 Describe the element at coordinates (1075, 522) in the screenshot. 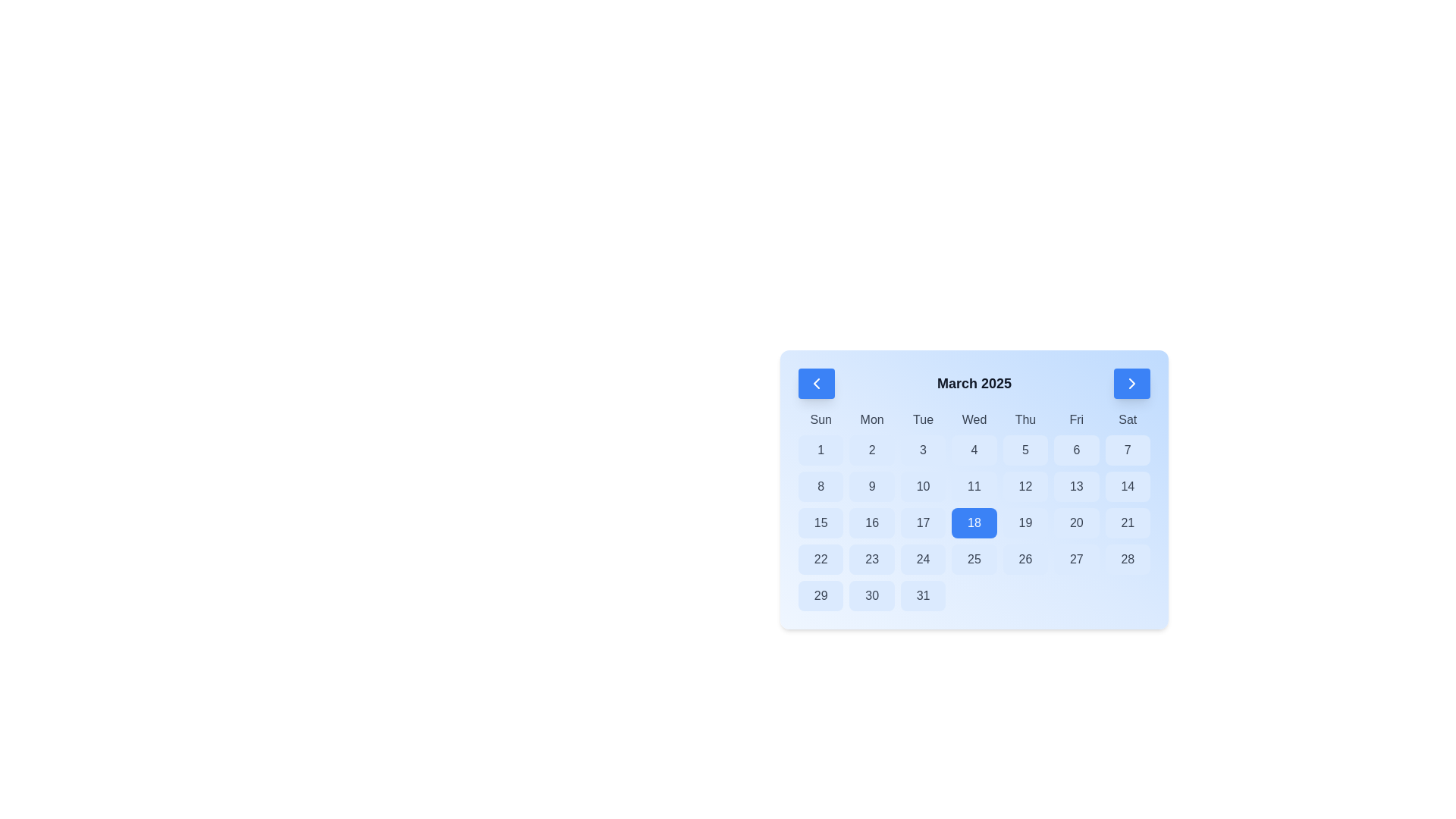

I see `the button displaying the number '20' in bold within the calendar grid under the 'Fri' column` at that location.